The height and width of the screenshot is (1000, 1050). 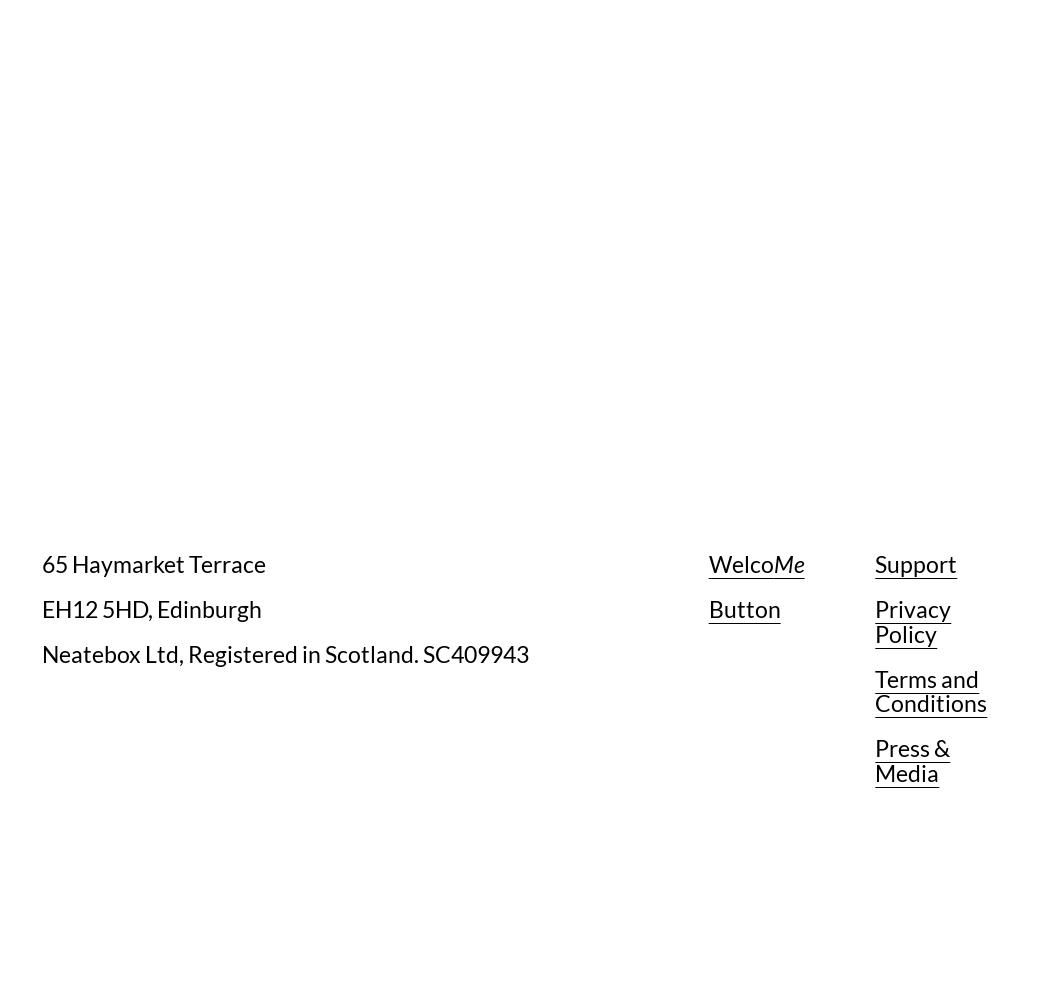 What do you see at coordinates (743, 608) in the screenshot?
I see `'Button'` at bounding box center [743, 608].